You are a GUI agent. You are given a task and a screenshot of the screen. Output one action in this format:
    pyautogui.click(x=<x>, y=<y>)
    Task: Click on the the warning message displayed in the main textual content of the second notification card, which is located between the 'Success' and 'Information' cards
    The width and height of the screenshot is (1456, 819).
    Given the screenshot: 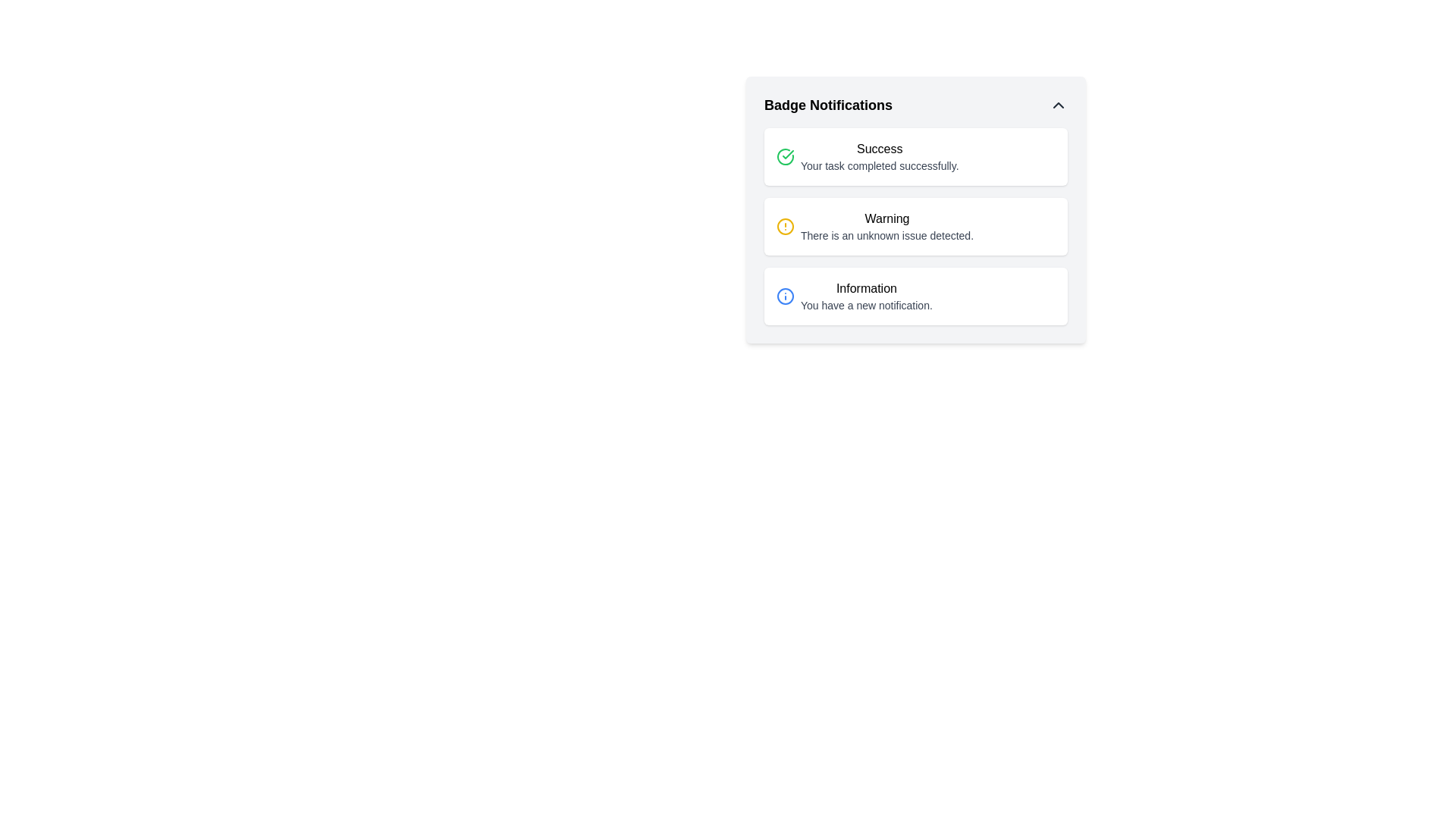 What is the action you would take?
    pyautogui.click(x=887, y=227)
    